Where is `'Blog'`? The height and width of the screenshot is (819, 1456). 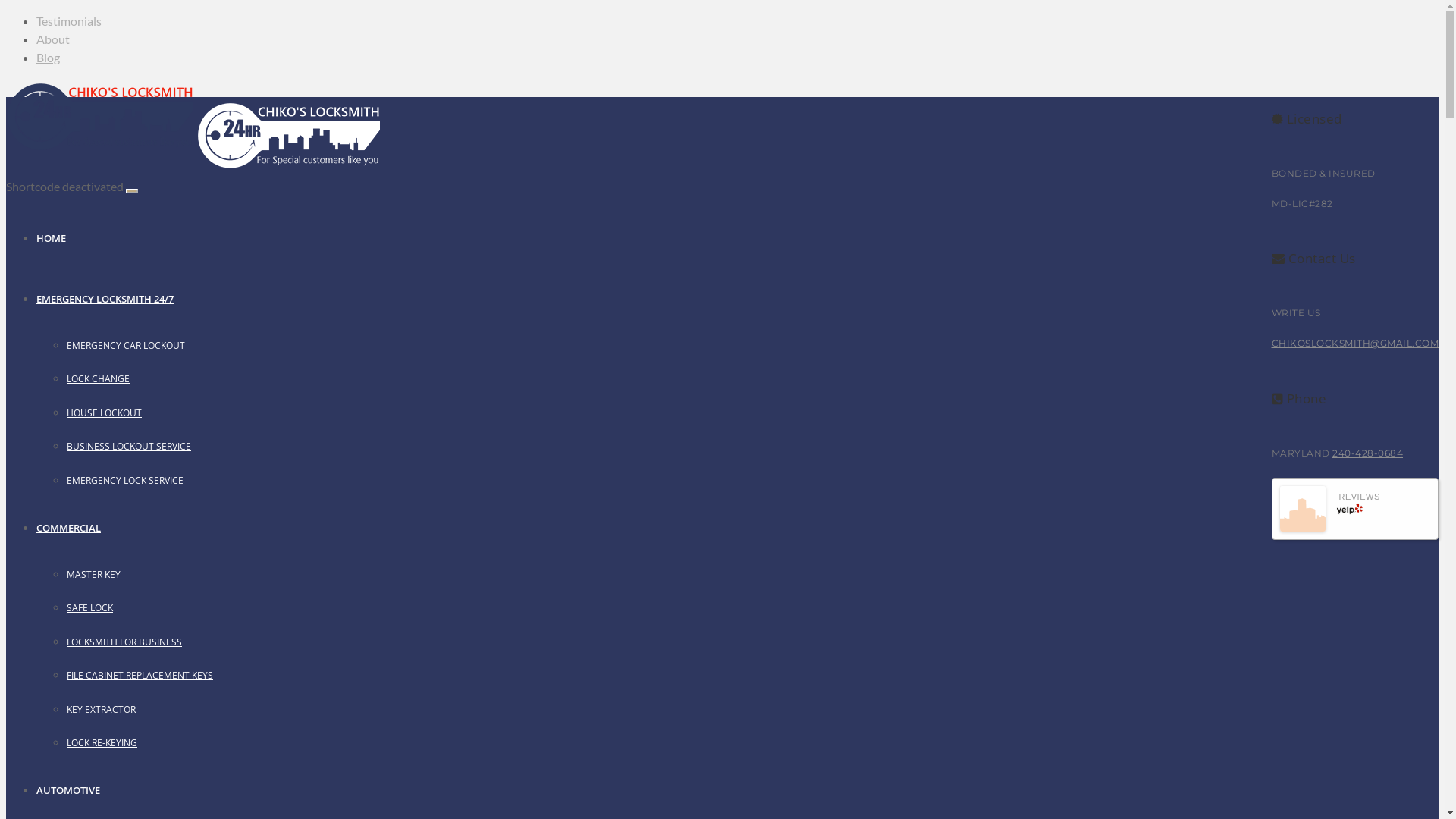 'Blog' is located at coordinates (36, 56).